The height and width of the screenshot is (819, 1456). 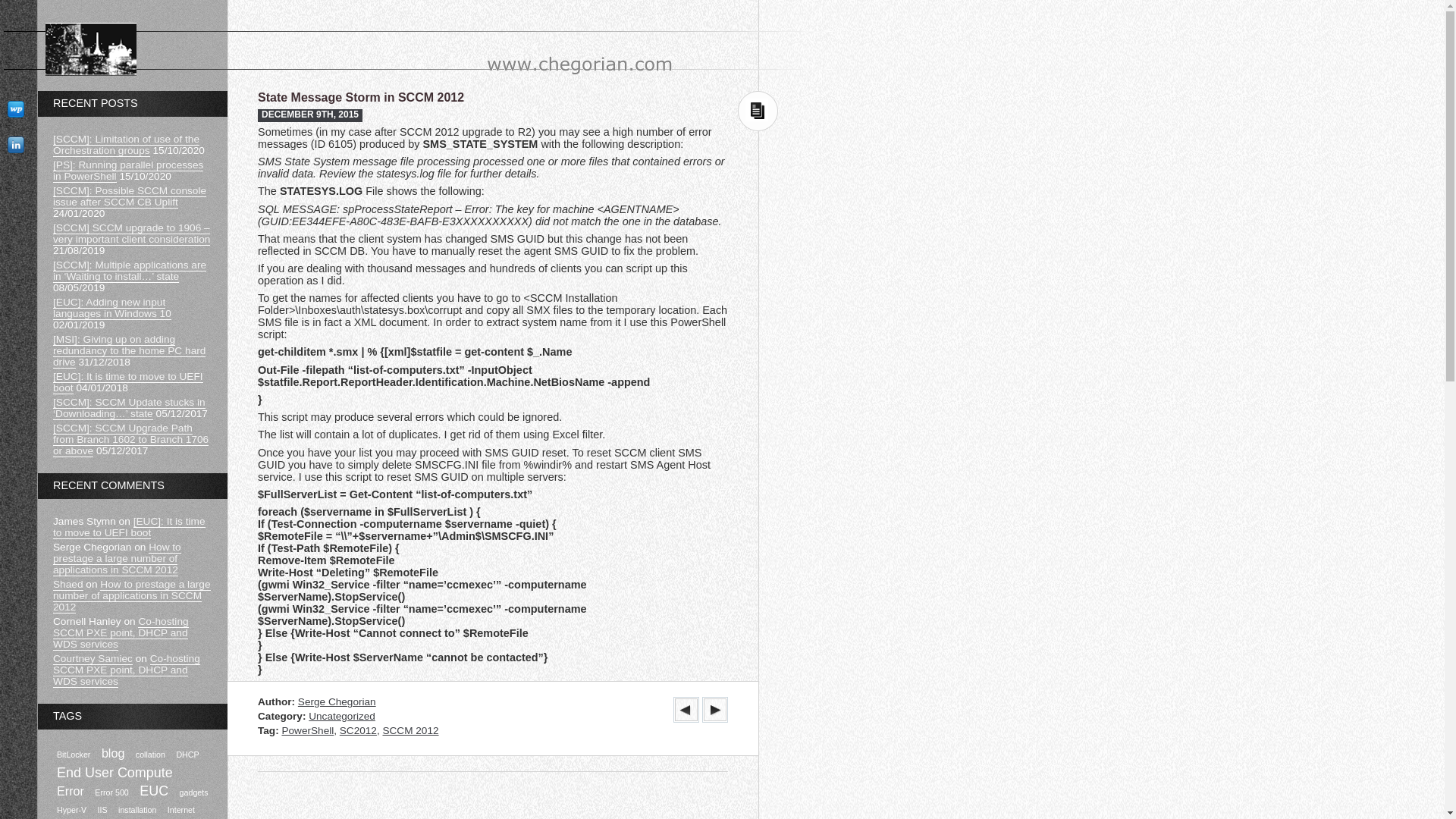 I want to click on '[EUC]: It is time to move to UEFI boot', so click(x=129, y=526).